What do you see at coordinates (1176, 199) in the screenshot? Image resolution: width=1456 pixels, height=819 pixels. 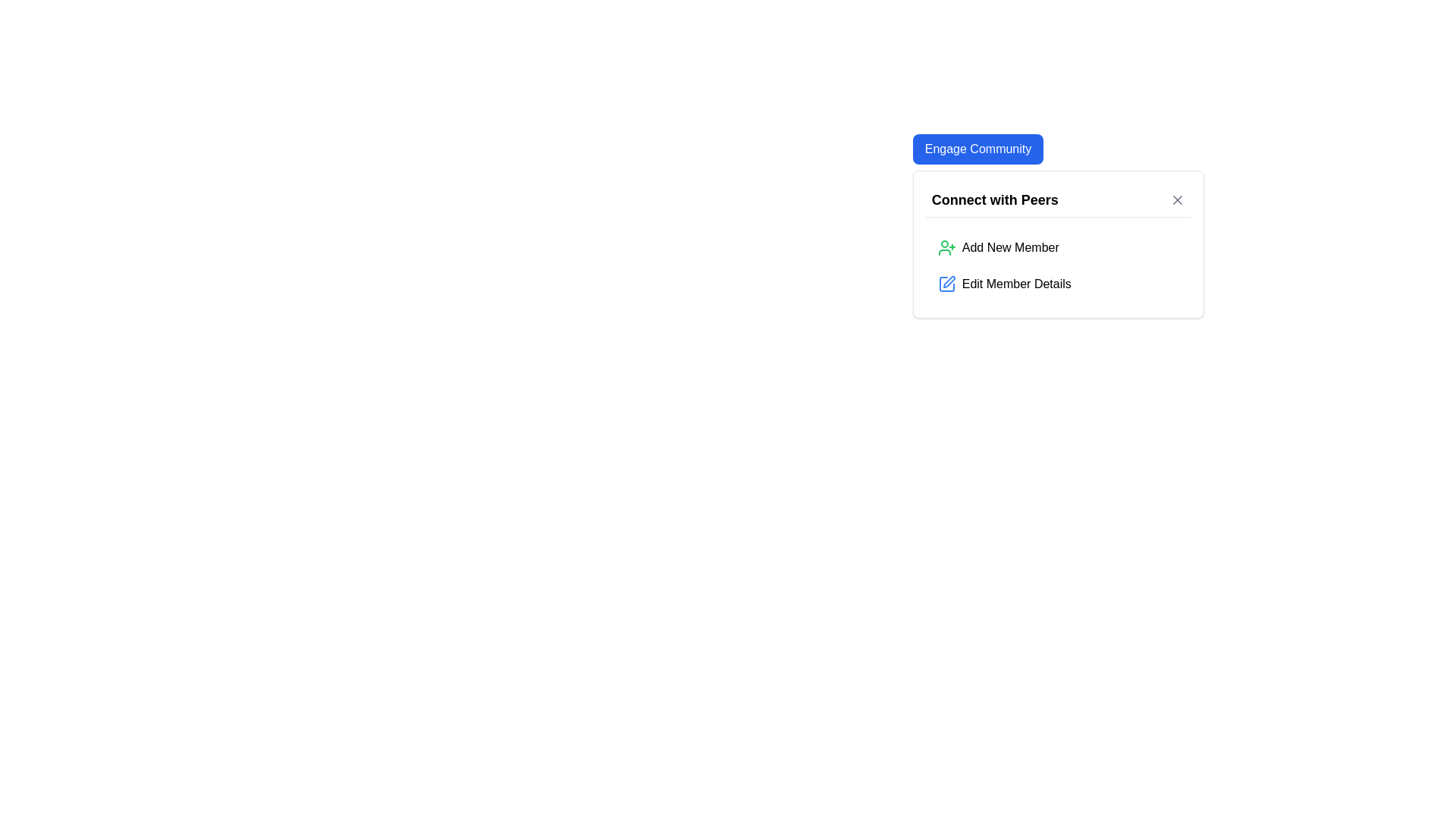 I see `the close button located at the top-right corner of the 'Connect with Peers' section` at bounding box center [1176, 199].